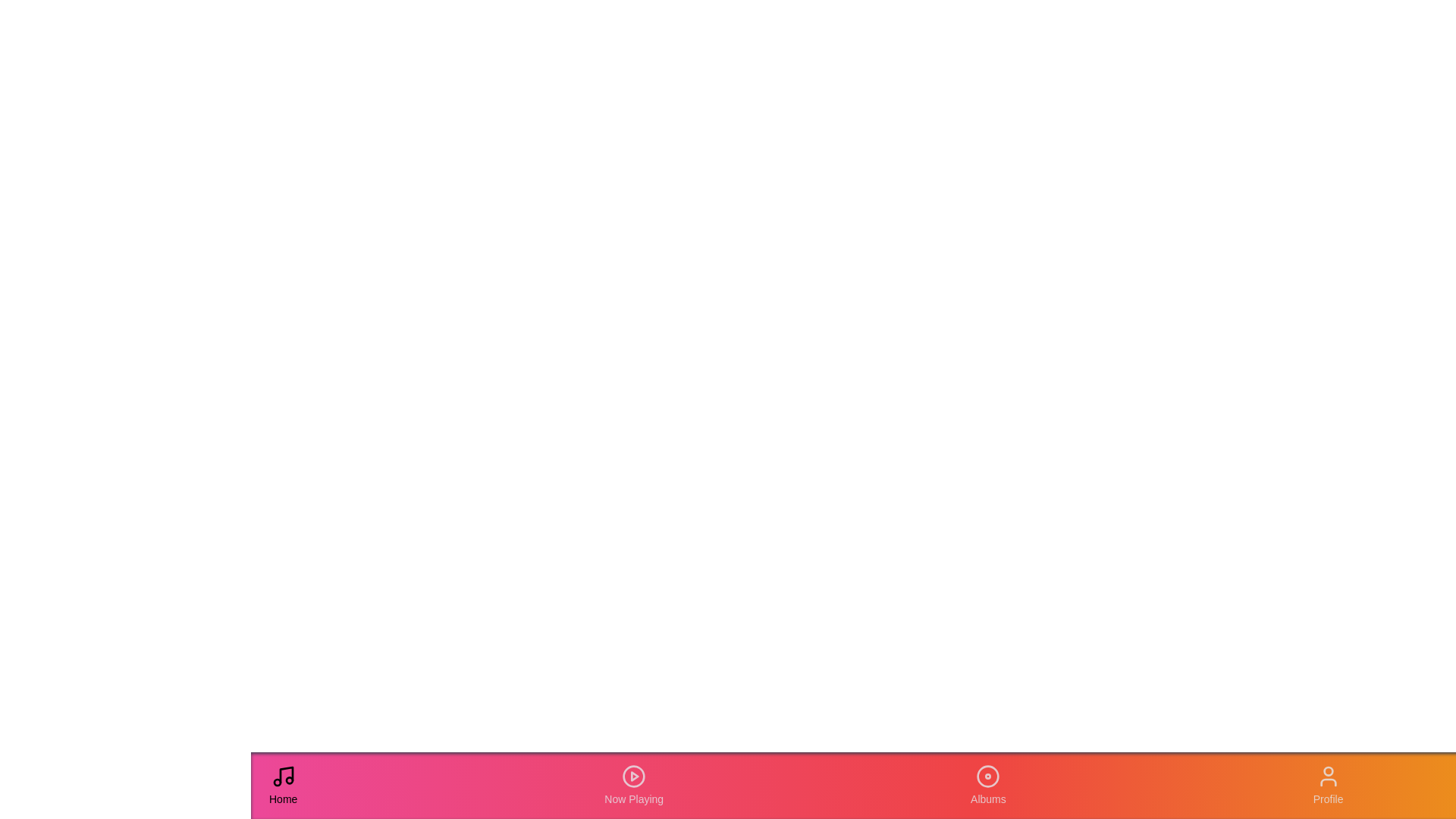 This screenshot has height=819, width=1456. I want to click on the 'Now Playing' tab to activate it, so click(633, 785).